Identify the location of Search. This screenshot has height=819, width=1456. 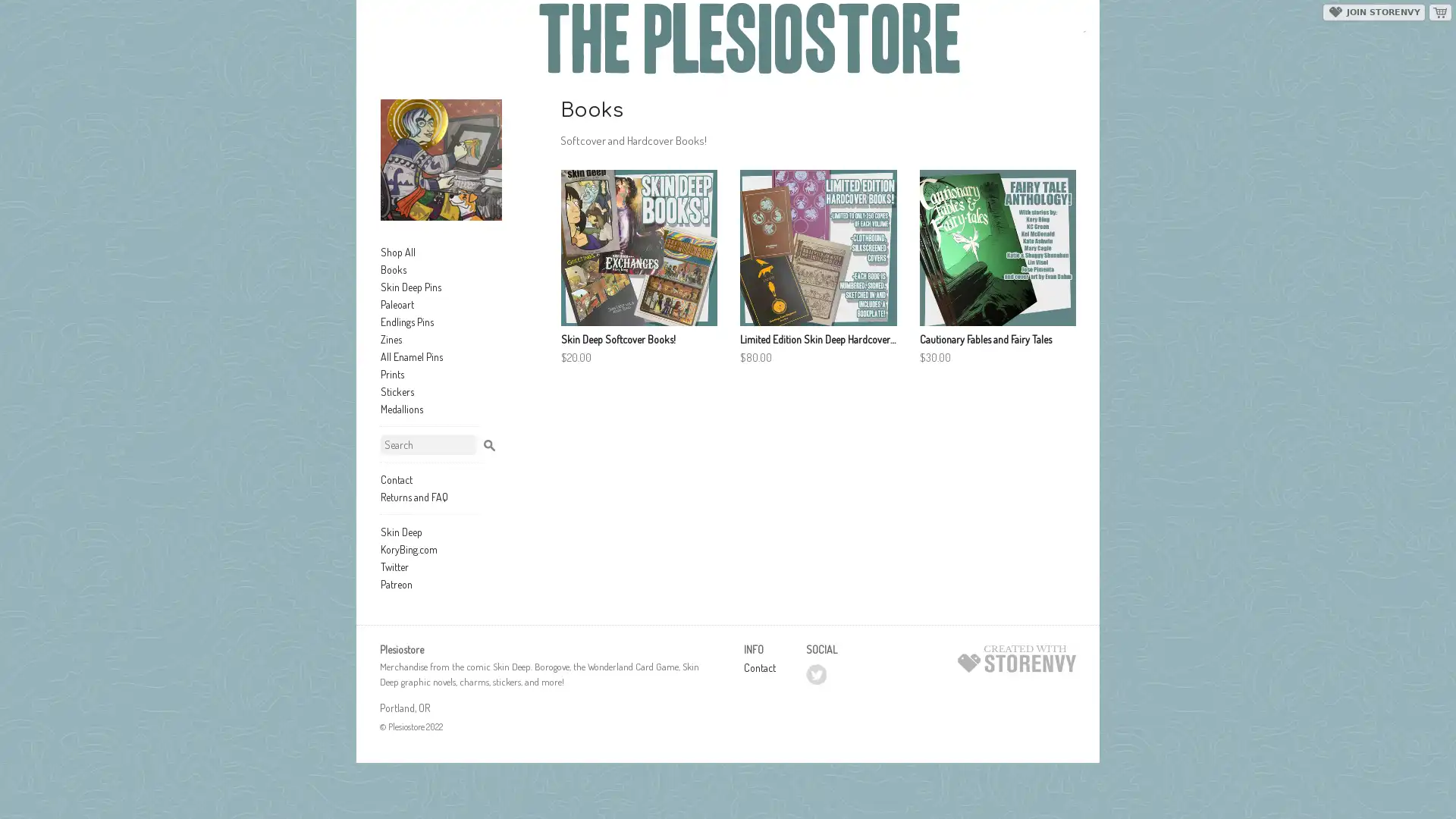
(488, 442).